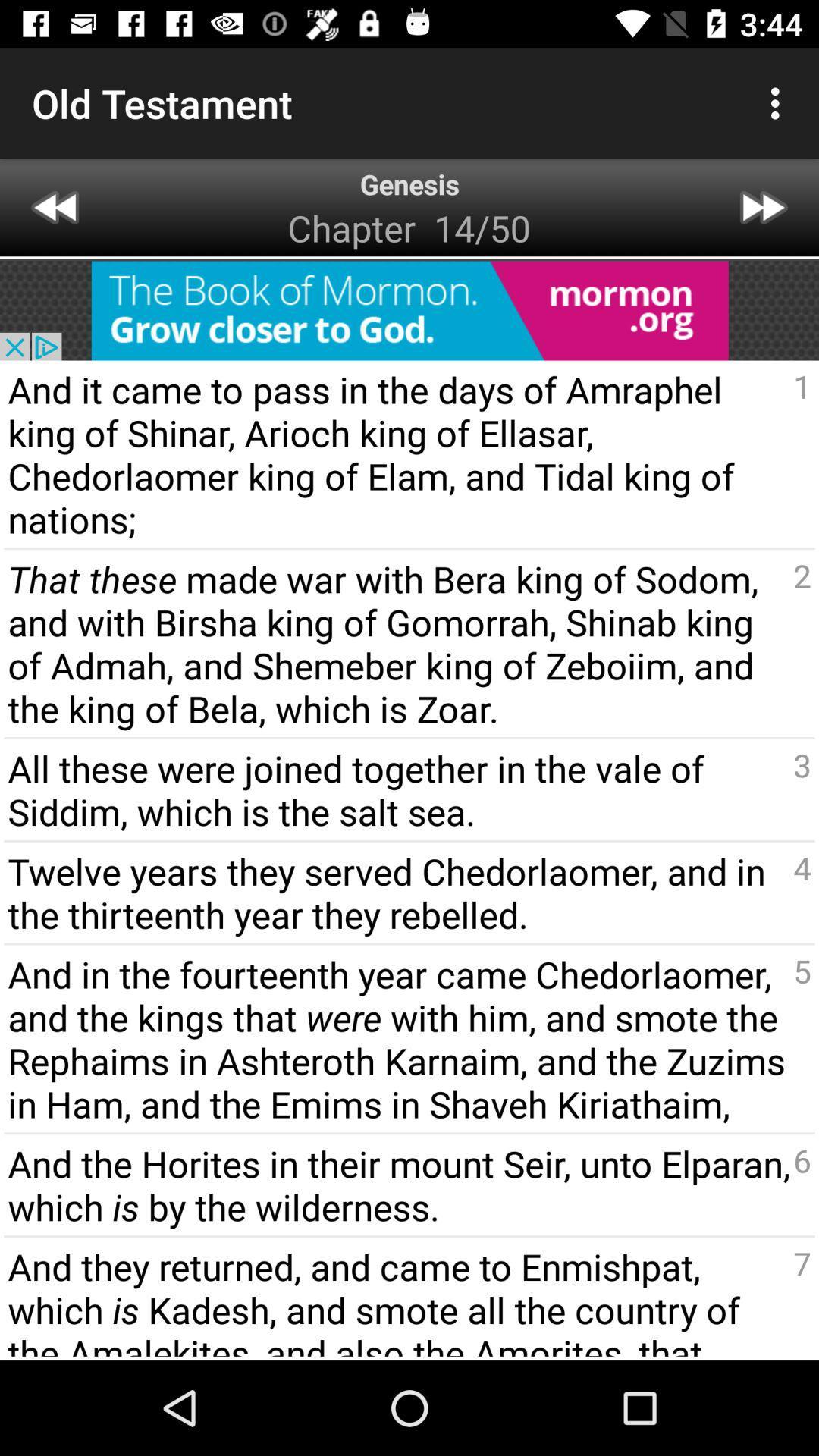 Image resolution: width=819 pixels, height=1456 pixels. What do you see at coordinates (409, 309) in the screenshot?
I see `site` at bounding box center [409, 309].